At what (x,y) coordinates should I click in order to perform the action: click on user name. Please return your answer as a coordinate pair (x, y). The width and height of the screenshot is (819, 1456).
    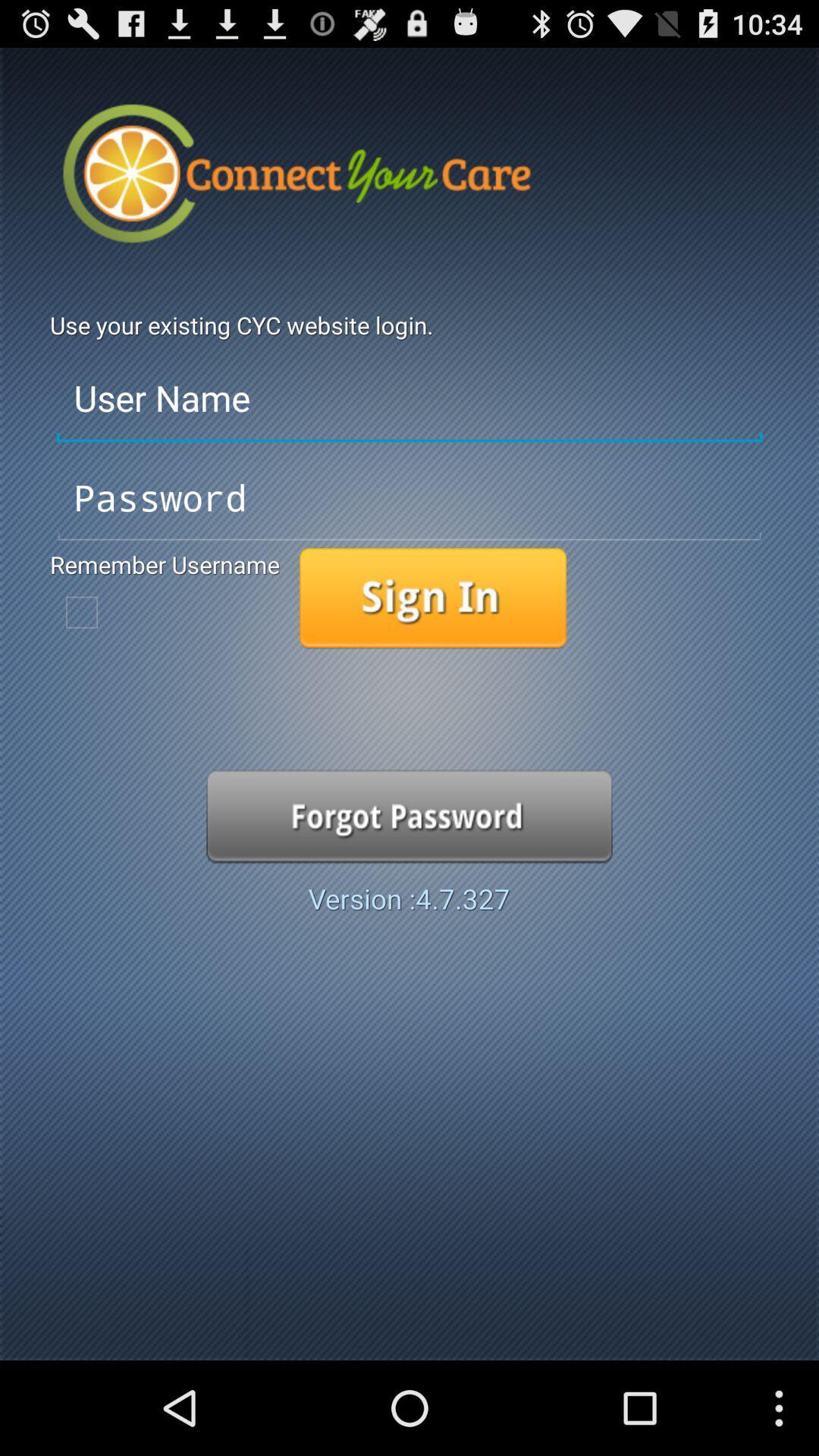
    Looking at the image, I should click on (409, 399).